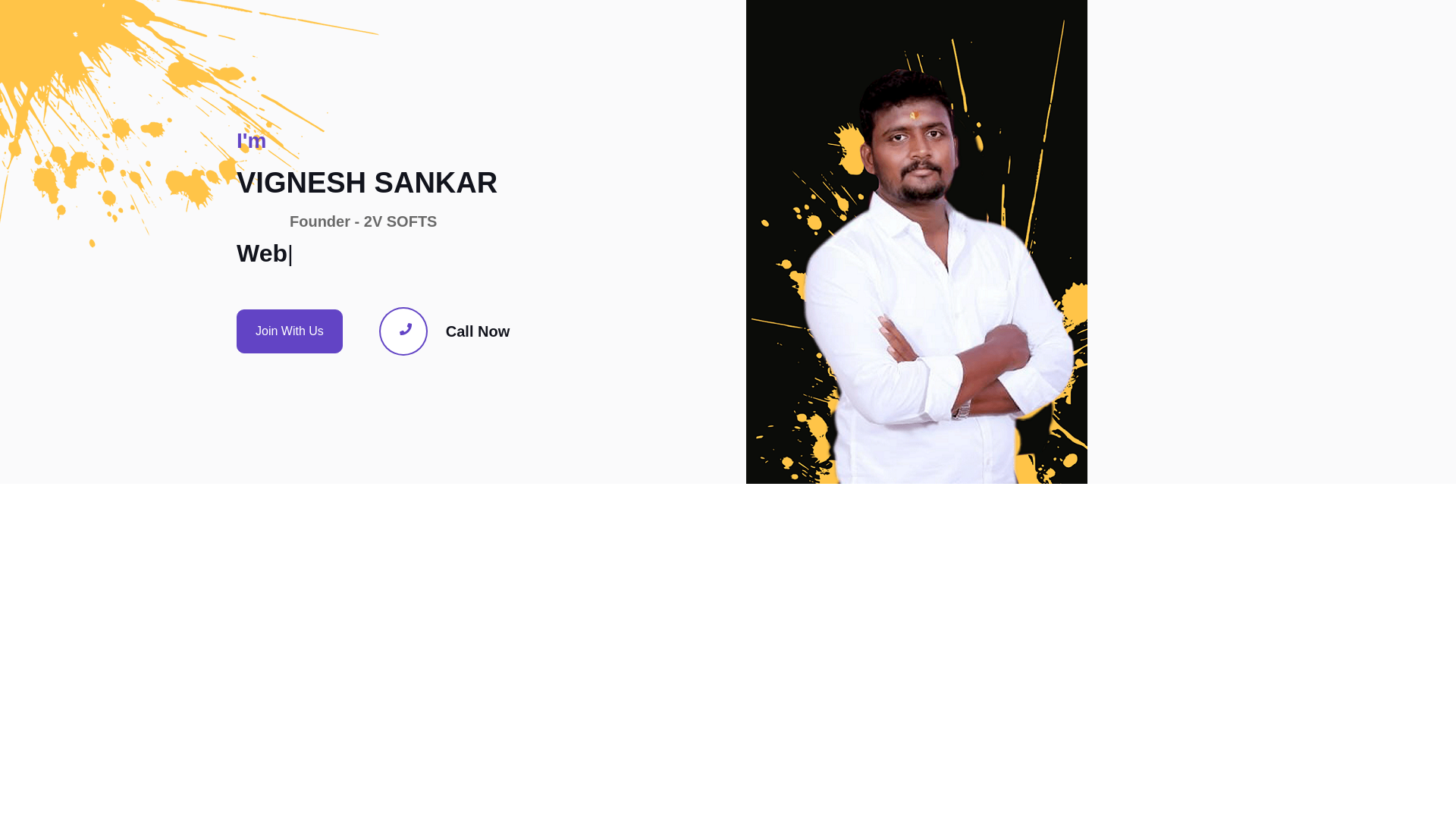 The width and height of the screenshot is (1456, 819). What do you see at coordinates (290, 330) in the screenshot?
I see `'Join With Us'` at bounding box center [290, 330].